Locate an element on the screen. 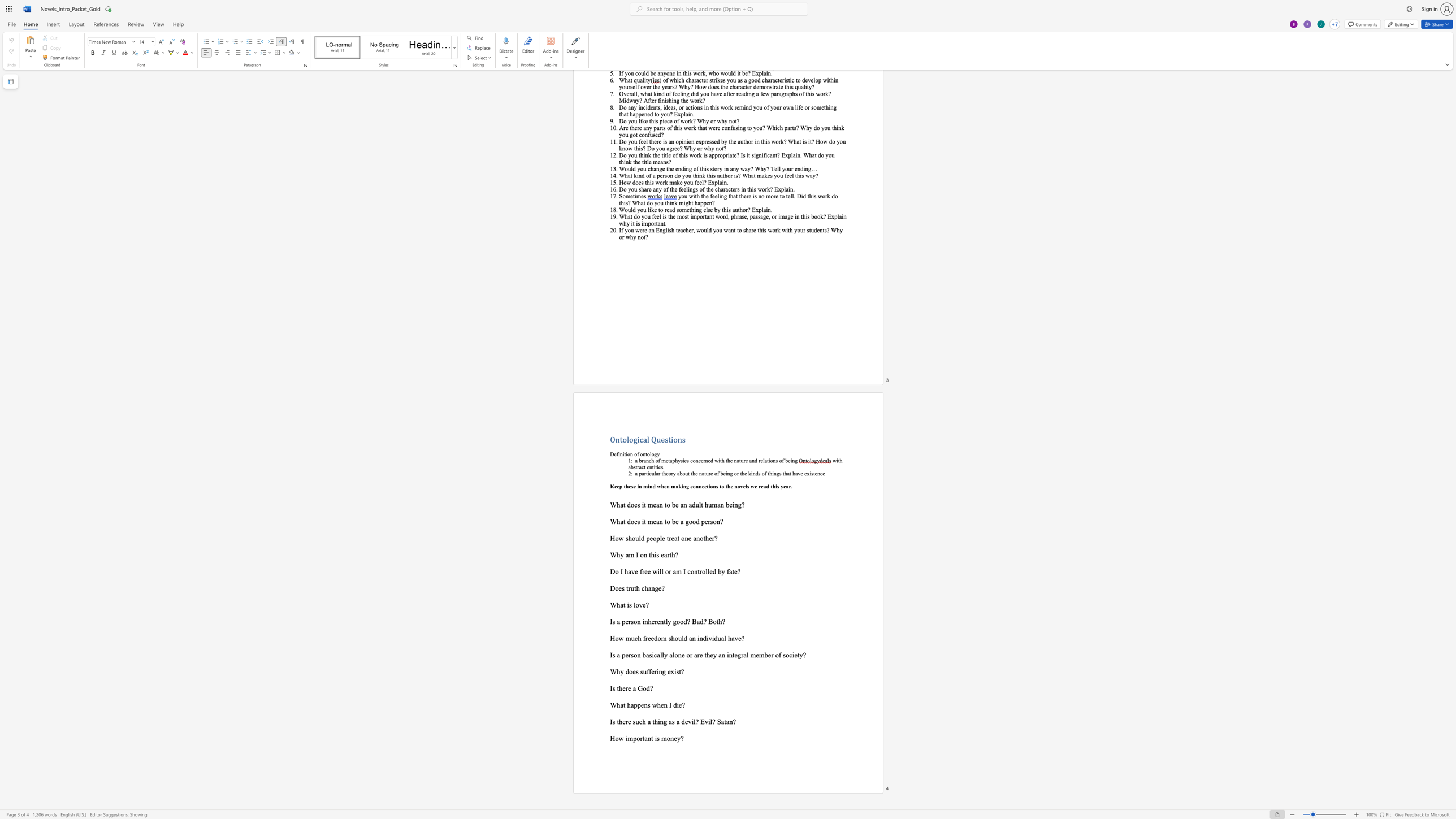 Image resolution: width=1456 pixels, height=819 pixels. the space between the continuous character "a" and "n" in the text is located at coordinates (658, 521).